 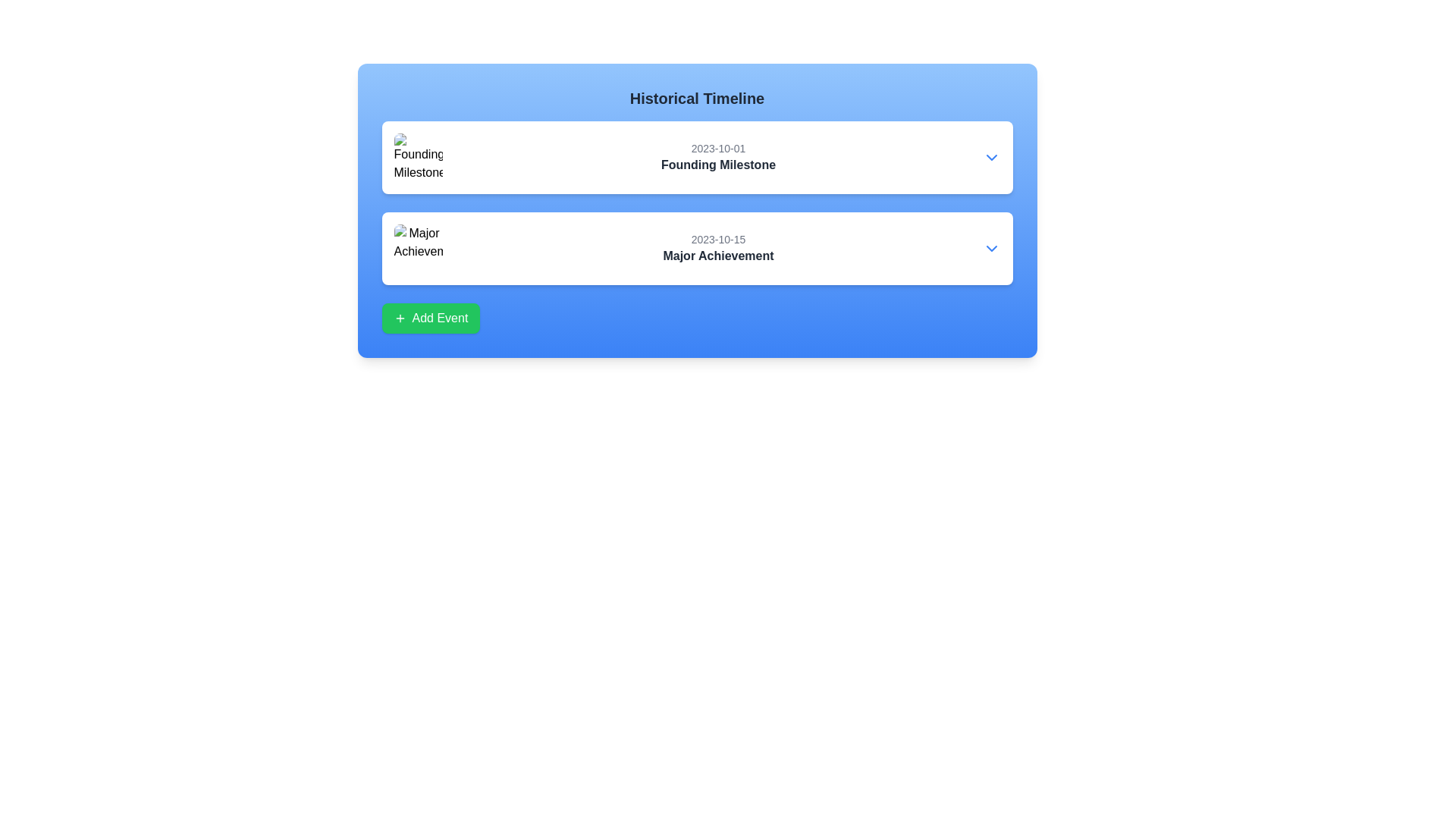 I want to click on the downward-pointing blue arrow icon located to the right of the 'Major Achievement' text, so click(x=991, y=247).